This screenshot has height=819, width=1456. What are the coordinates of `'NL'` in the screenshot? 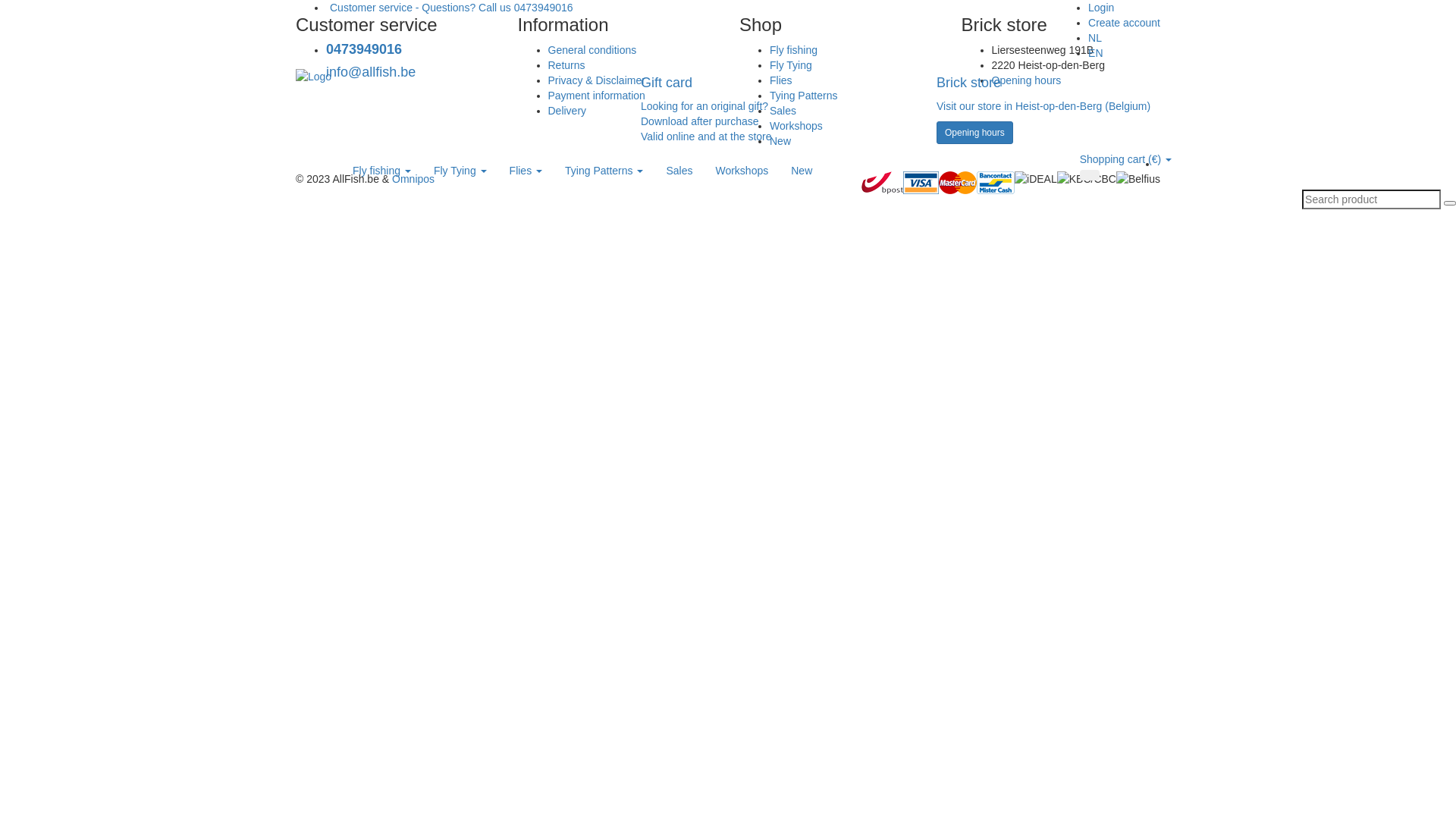 It's located at (1095, 37).